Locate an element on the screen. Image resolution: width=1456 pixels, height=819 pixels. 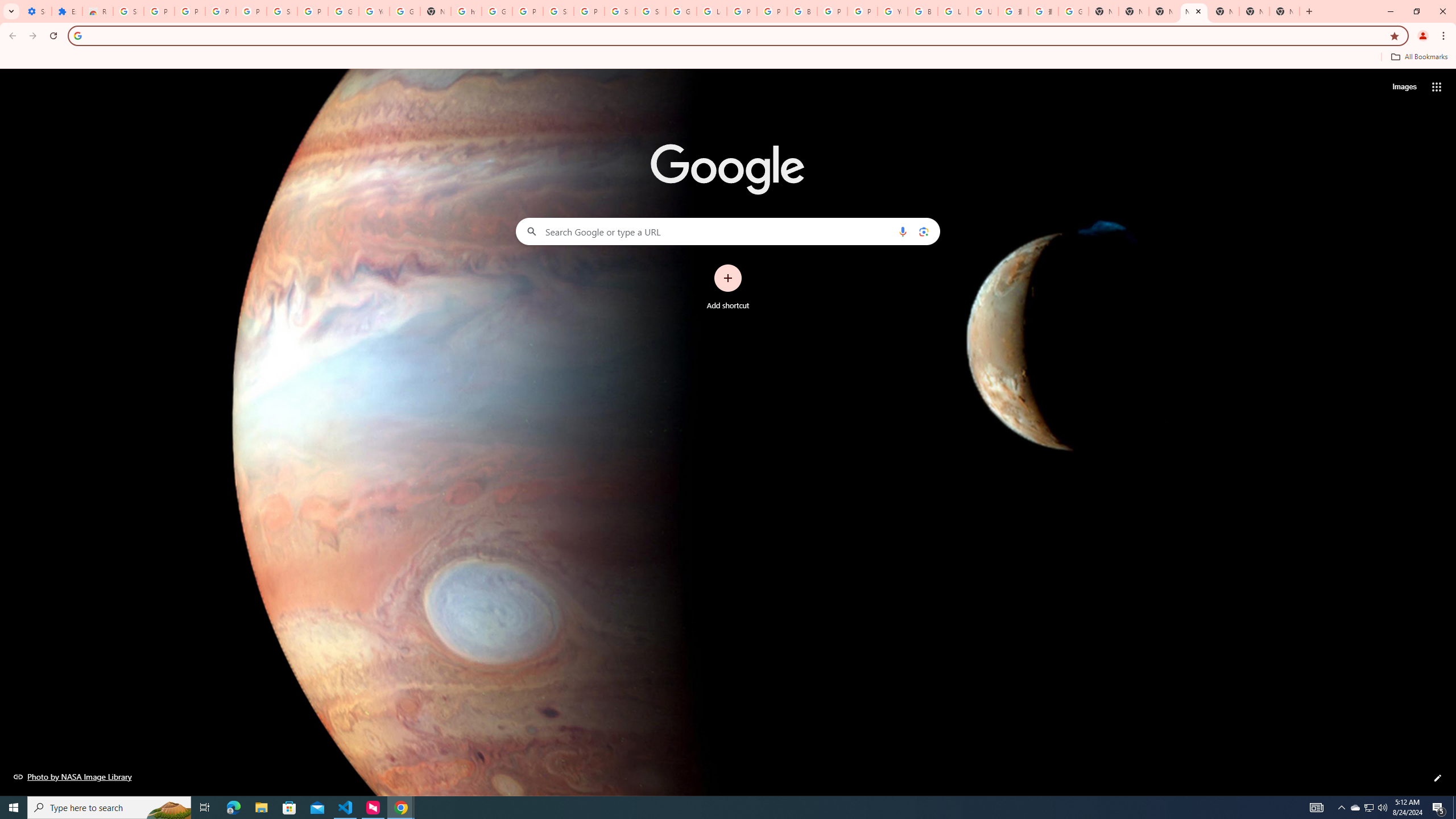
'Reviews: Helix Fruit Jump Arcade Game' is located at coordinates (97, 11).